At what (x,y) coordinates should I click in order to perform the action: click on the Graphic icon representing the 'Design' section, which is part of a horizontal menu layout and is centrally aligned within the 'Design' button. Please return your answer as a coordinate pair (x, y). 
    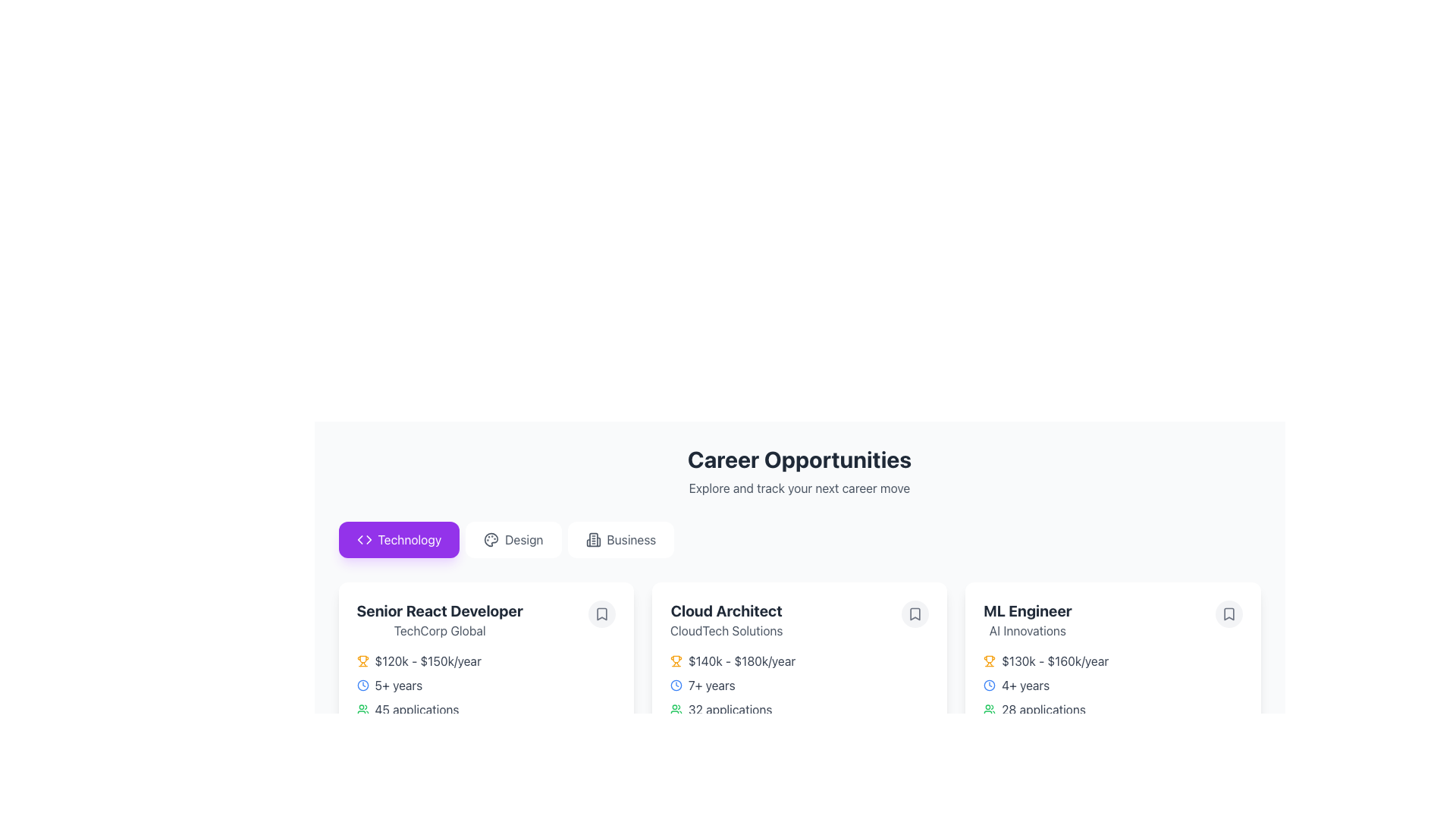
    Looking at the image, I should click on (491, 539).